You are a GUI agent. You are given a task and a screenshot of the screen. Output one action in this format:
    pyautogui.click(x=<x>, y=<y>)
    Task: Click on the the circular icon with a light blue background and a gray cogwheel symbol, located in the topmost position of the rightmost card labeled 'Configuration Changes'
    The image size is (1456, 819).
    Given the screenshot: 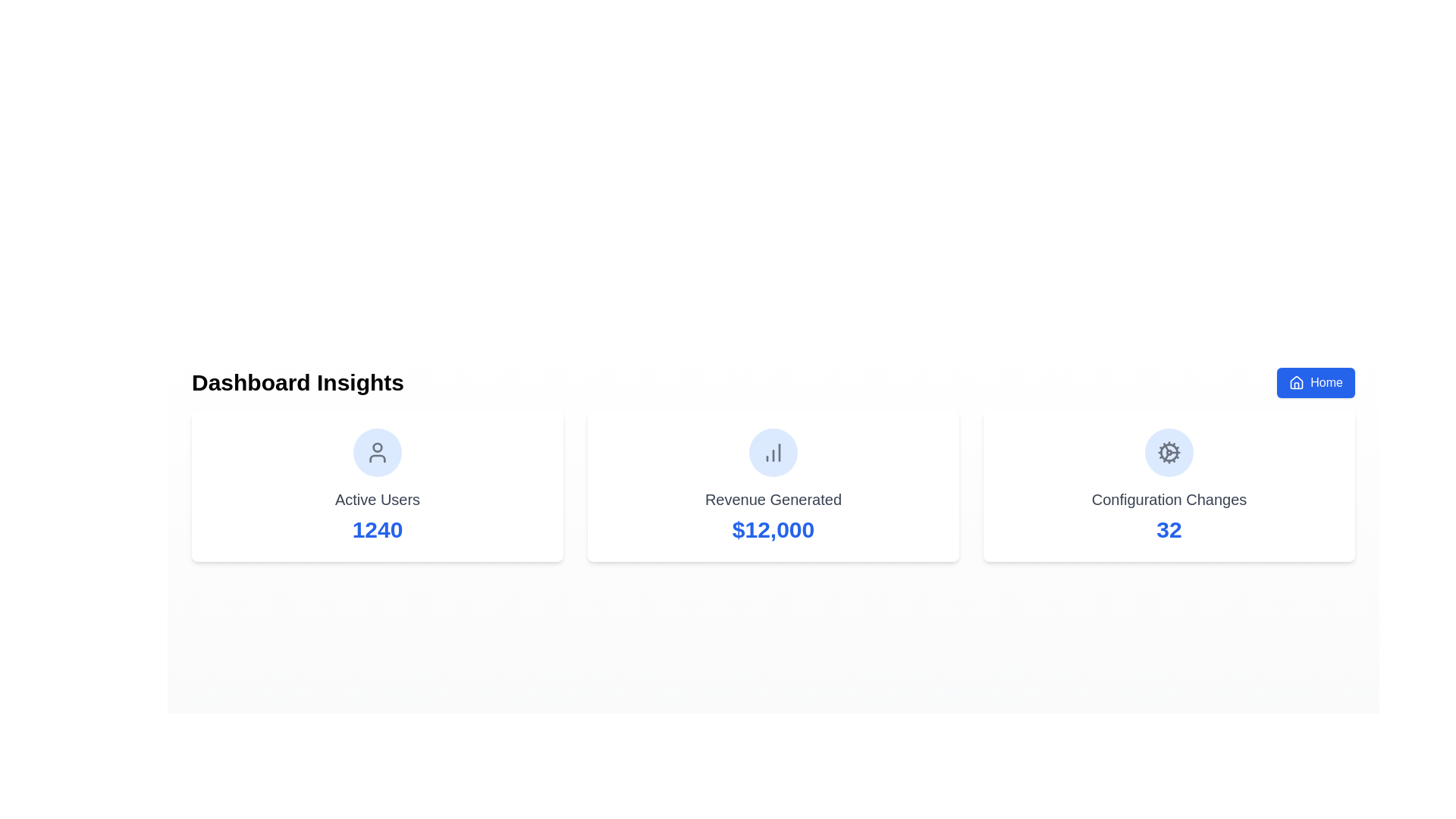 What is the action you would take?
    pyautogui.click(x=1168, y=452)
    